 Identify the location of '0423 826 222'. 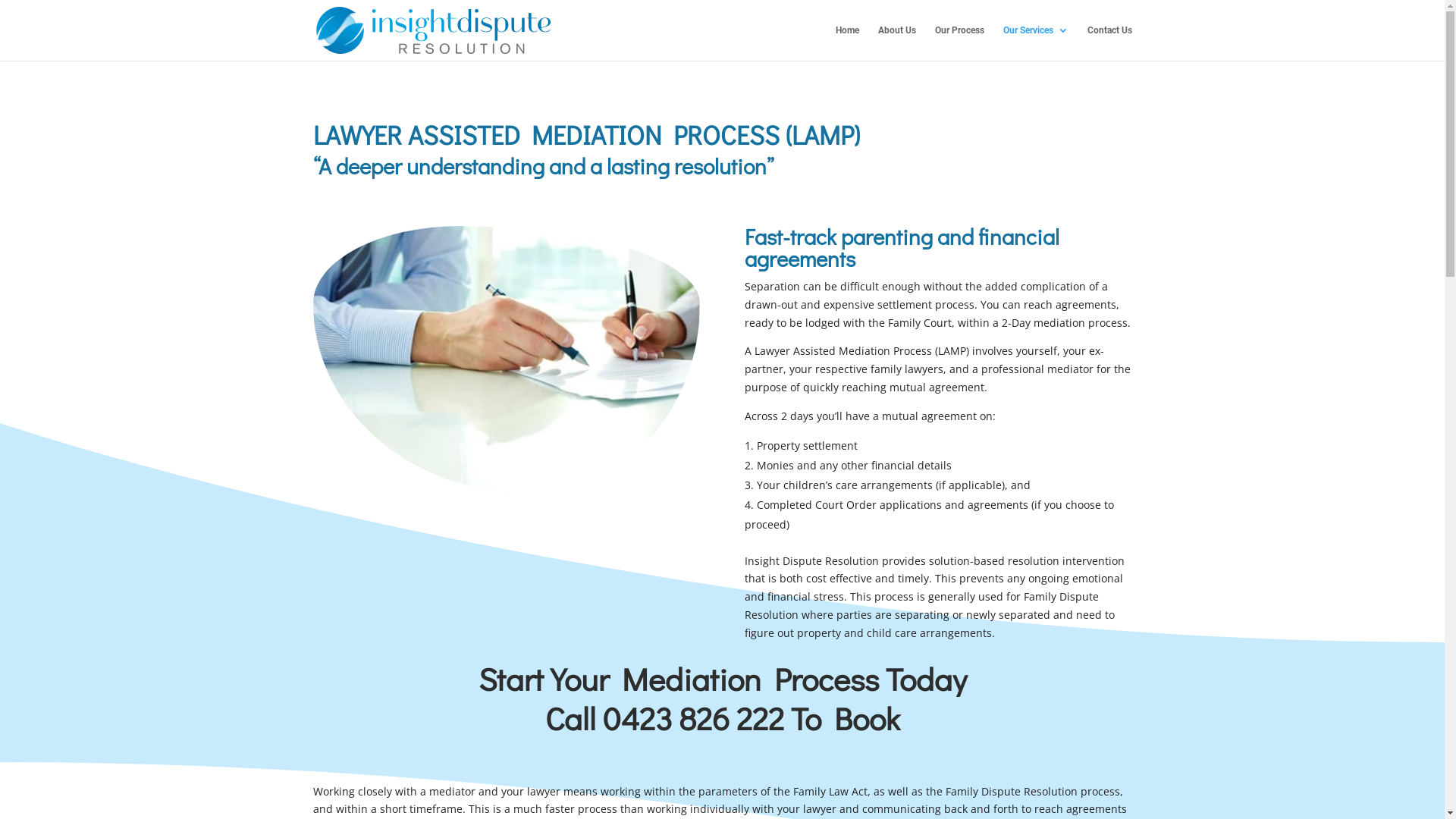
(602, 717).